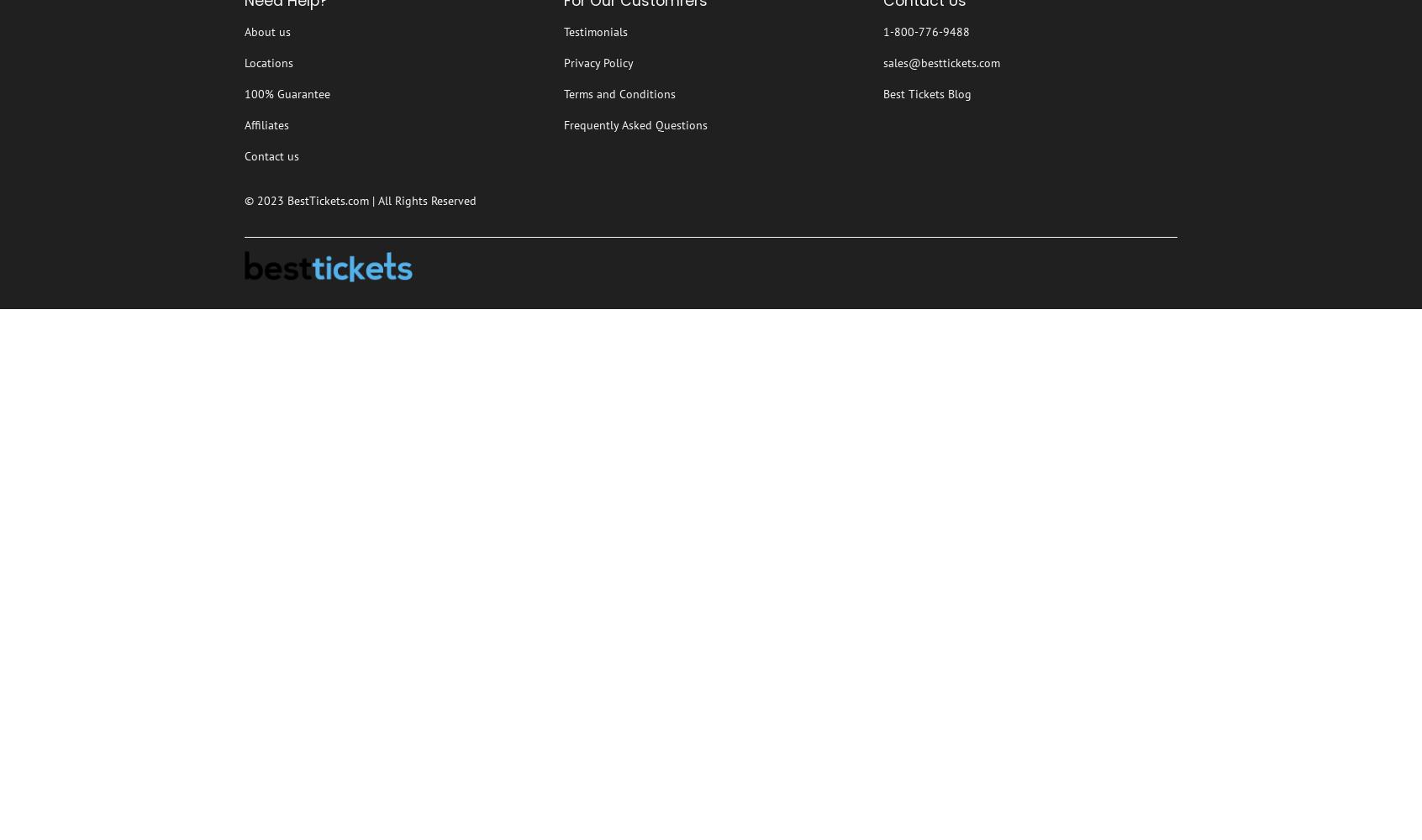 The image size is (1422, 840). I want to click on '100% Guarantee', so click(286, 93).